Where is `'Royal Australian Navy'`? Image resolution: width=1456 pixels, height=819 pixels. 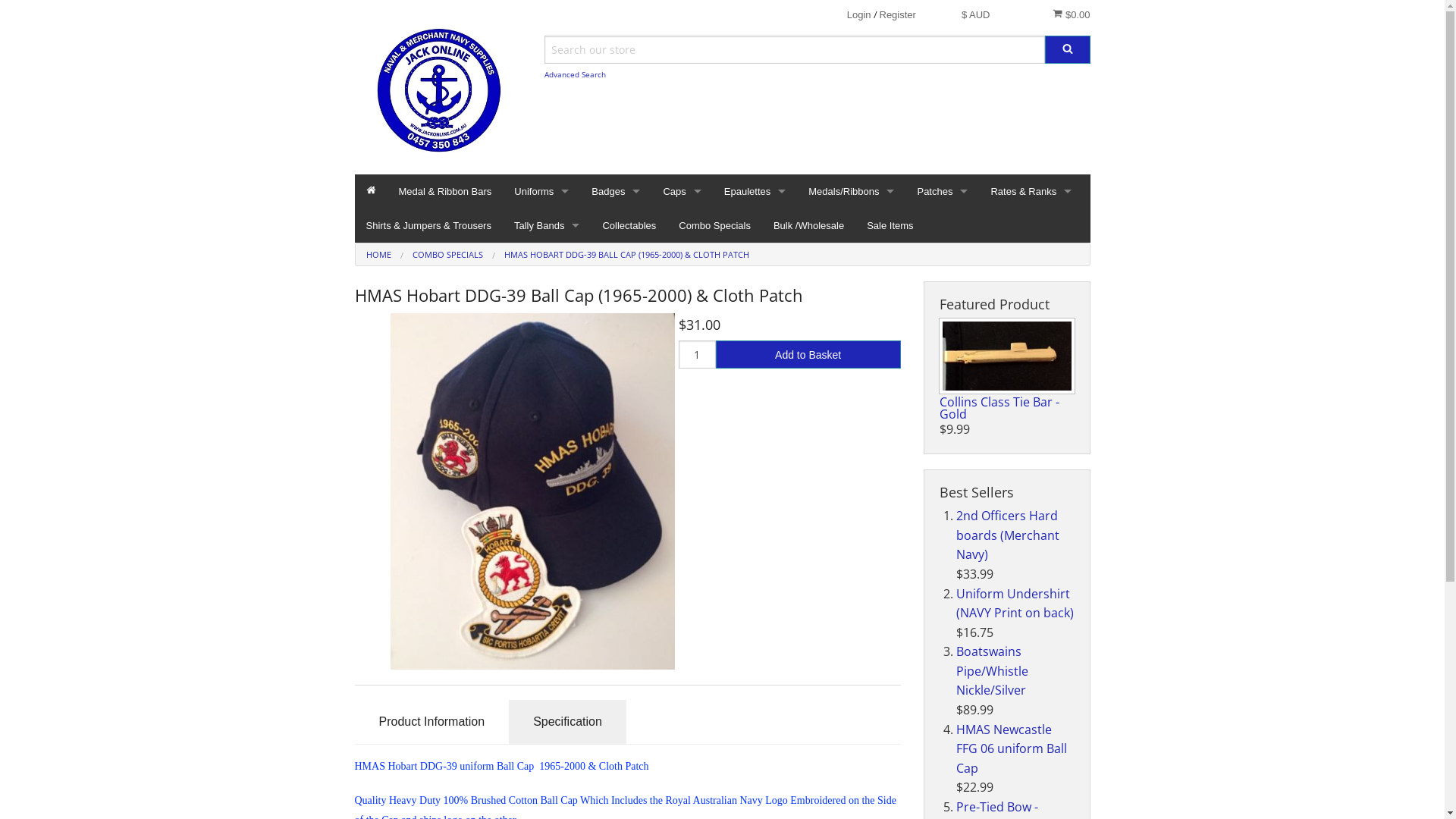 'Royal Australian Navy' is located at coordinates (755, 312).